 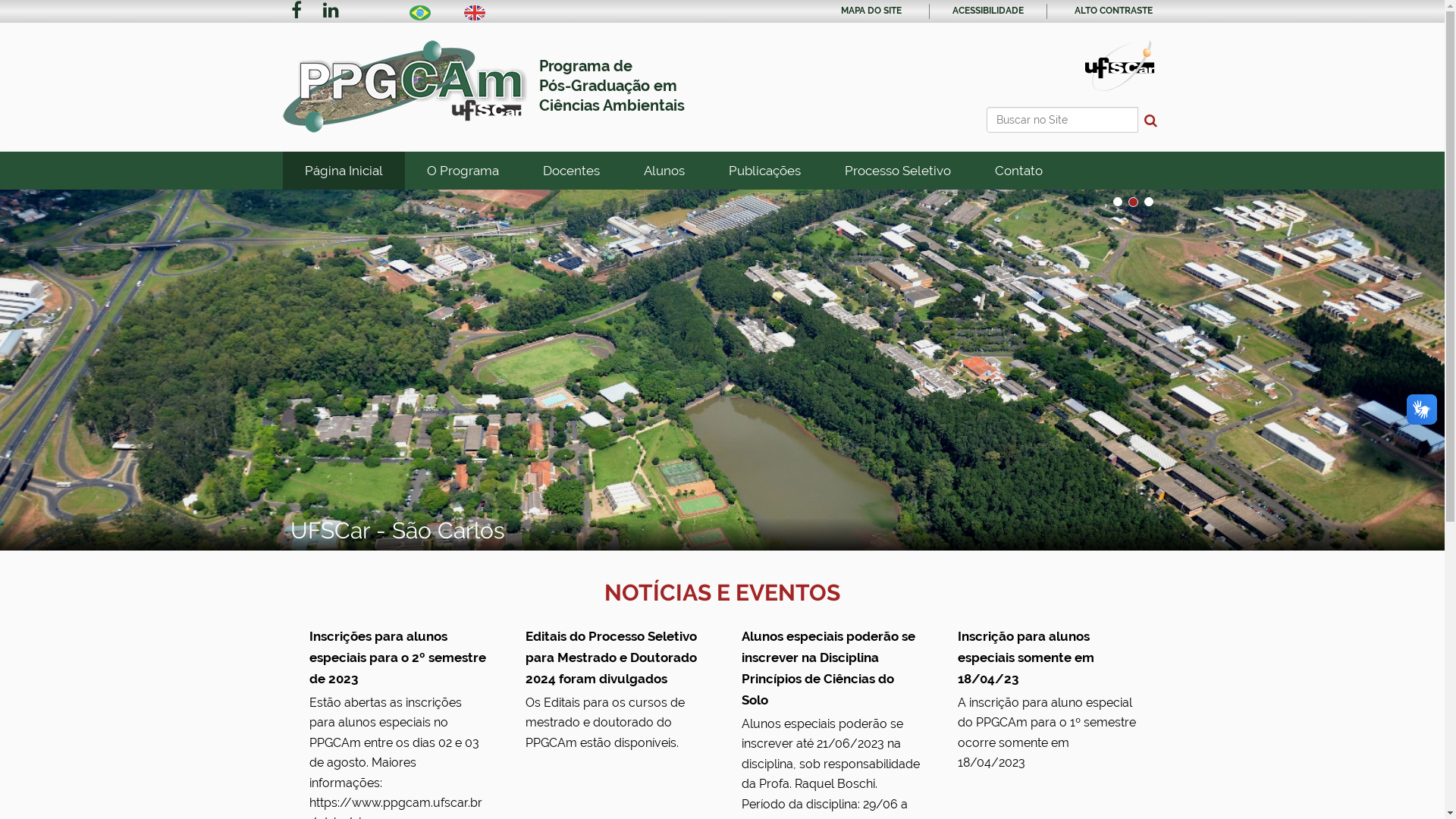 I want to click on 'Facebook PPGCaml', so click(x=296, y=11).